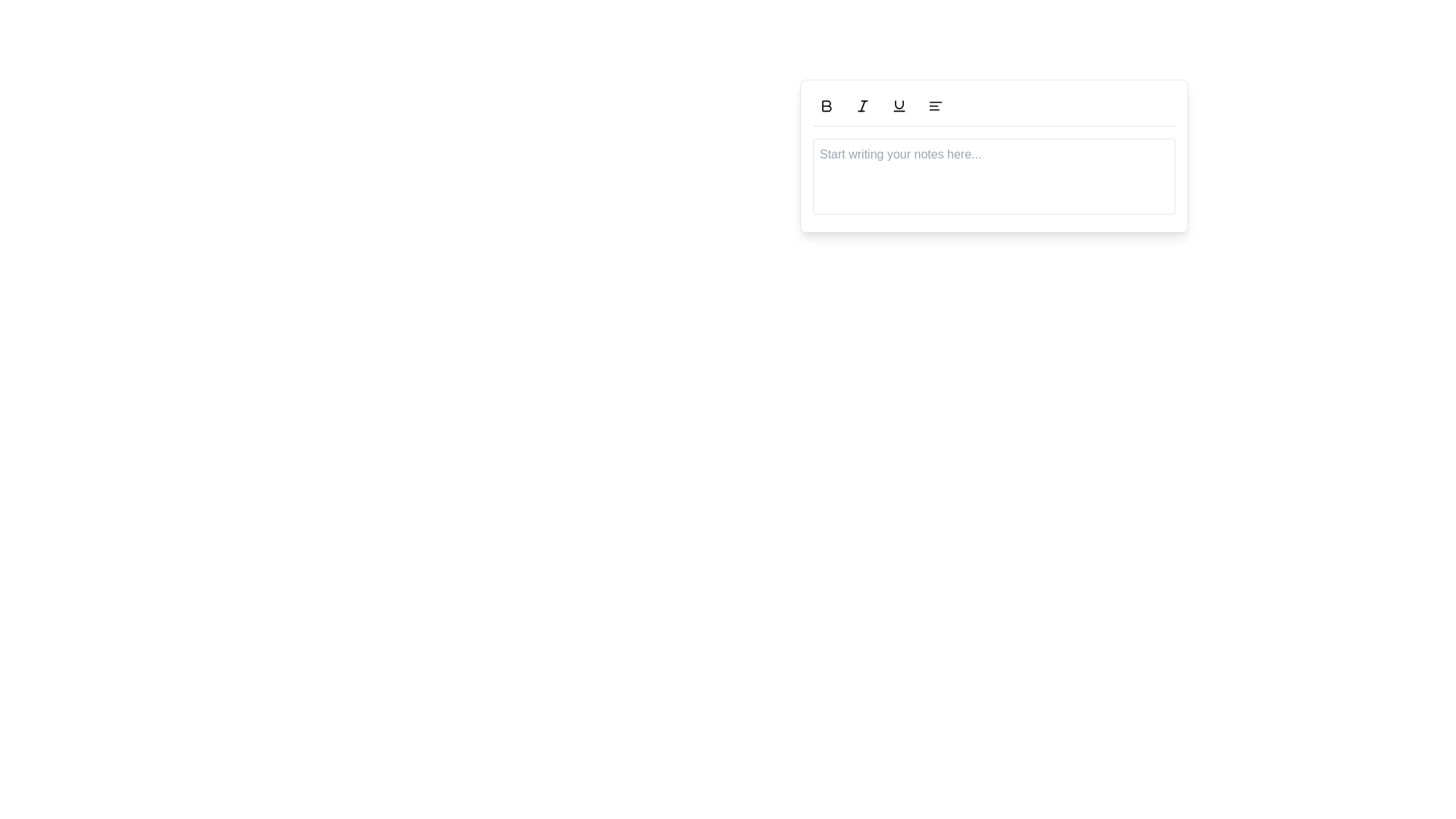 This screenshot has width=1456, height=819. I want to click on the bold formatting button located in the top-left of the toolbar by, so click(825, 105).